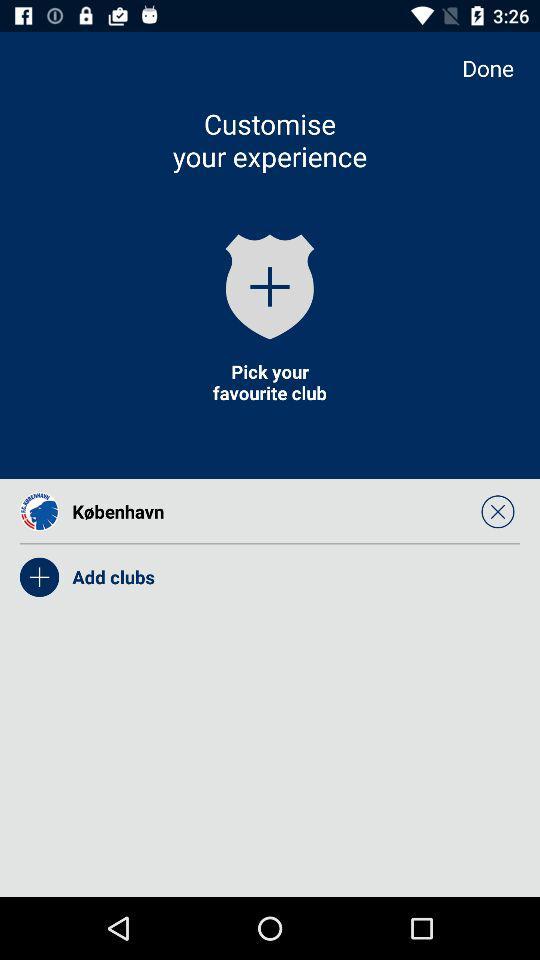 The height and width of the screenshot is (960, 540). Describe the element at coordinates (270, 381) in the screenshot. I see `the pick your favourite` at that location.